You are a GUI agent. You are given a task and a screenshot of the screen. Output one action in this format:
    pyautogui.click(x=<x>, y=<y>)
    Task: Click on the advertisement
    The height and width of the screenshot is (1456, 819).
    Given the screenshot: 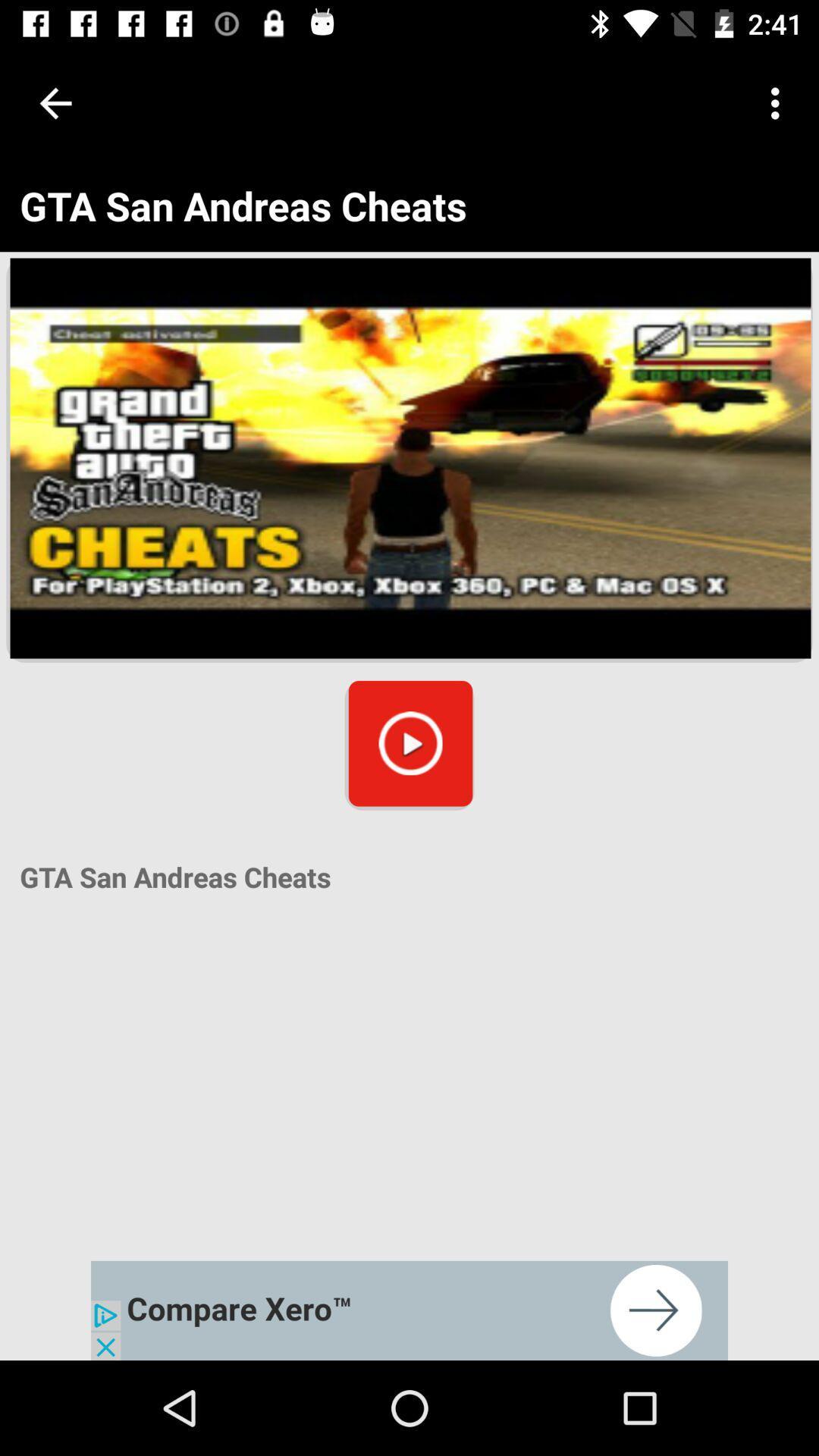 What is the action you would take?
    pyautogui.click(x=409, y=1310)
    